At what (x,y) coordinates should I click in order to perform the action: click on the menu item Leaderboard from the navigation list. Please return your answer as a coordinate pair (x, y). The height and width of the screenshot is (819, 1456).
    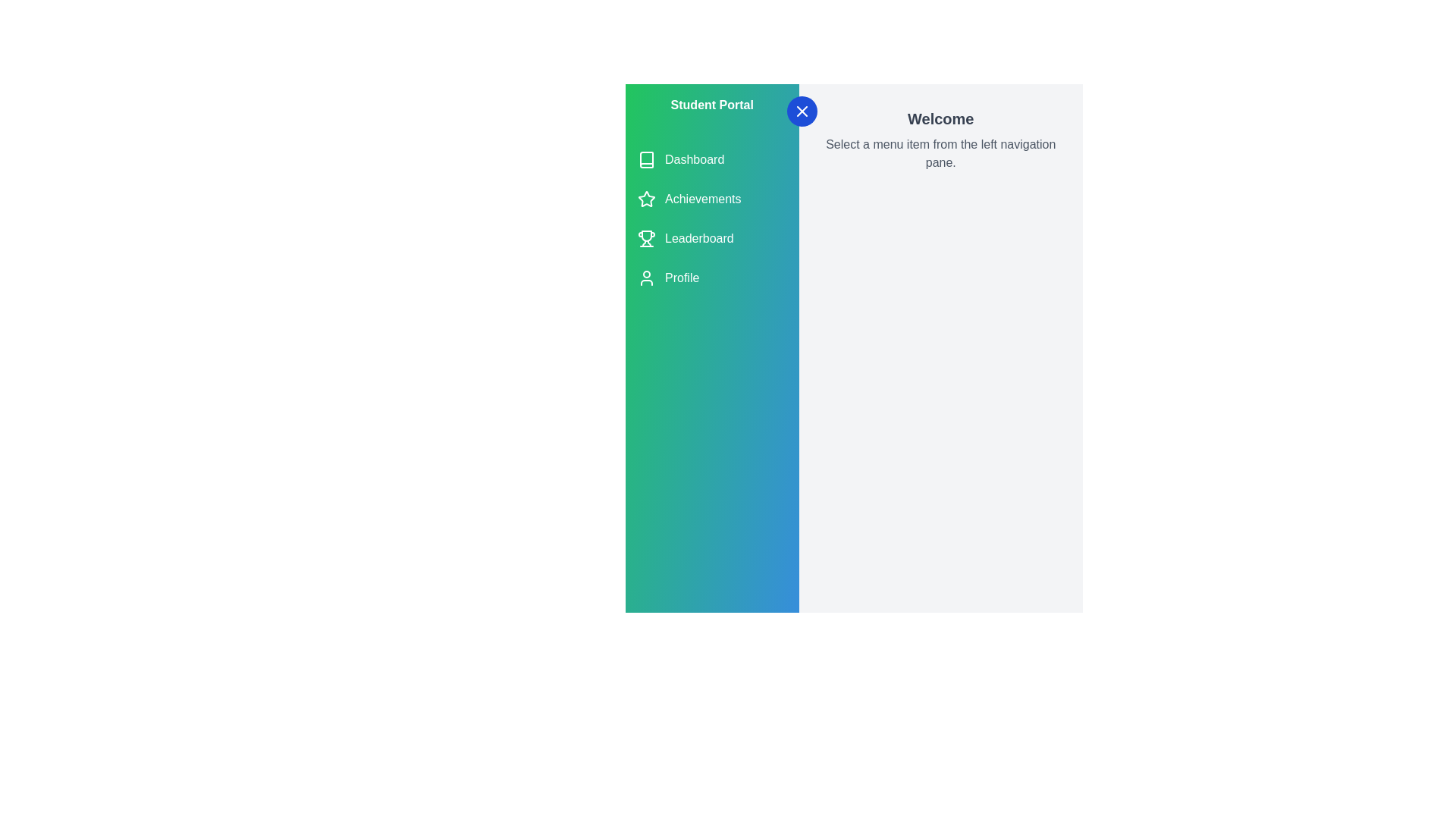
    Looking at the image, I should click on (711, 239).